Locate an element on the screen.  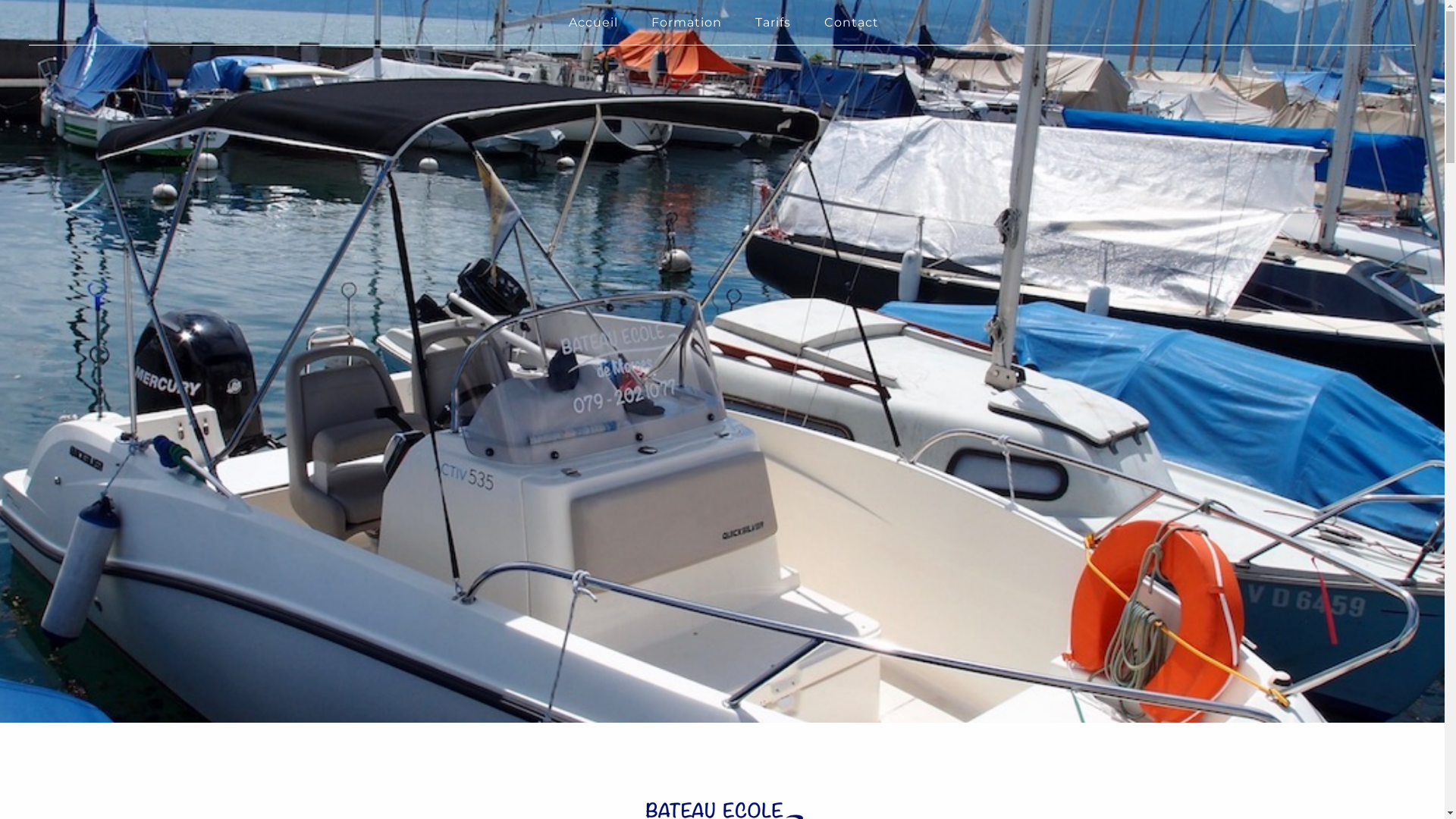
'Formation' is located at coordinates (686, 22).